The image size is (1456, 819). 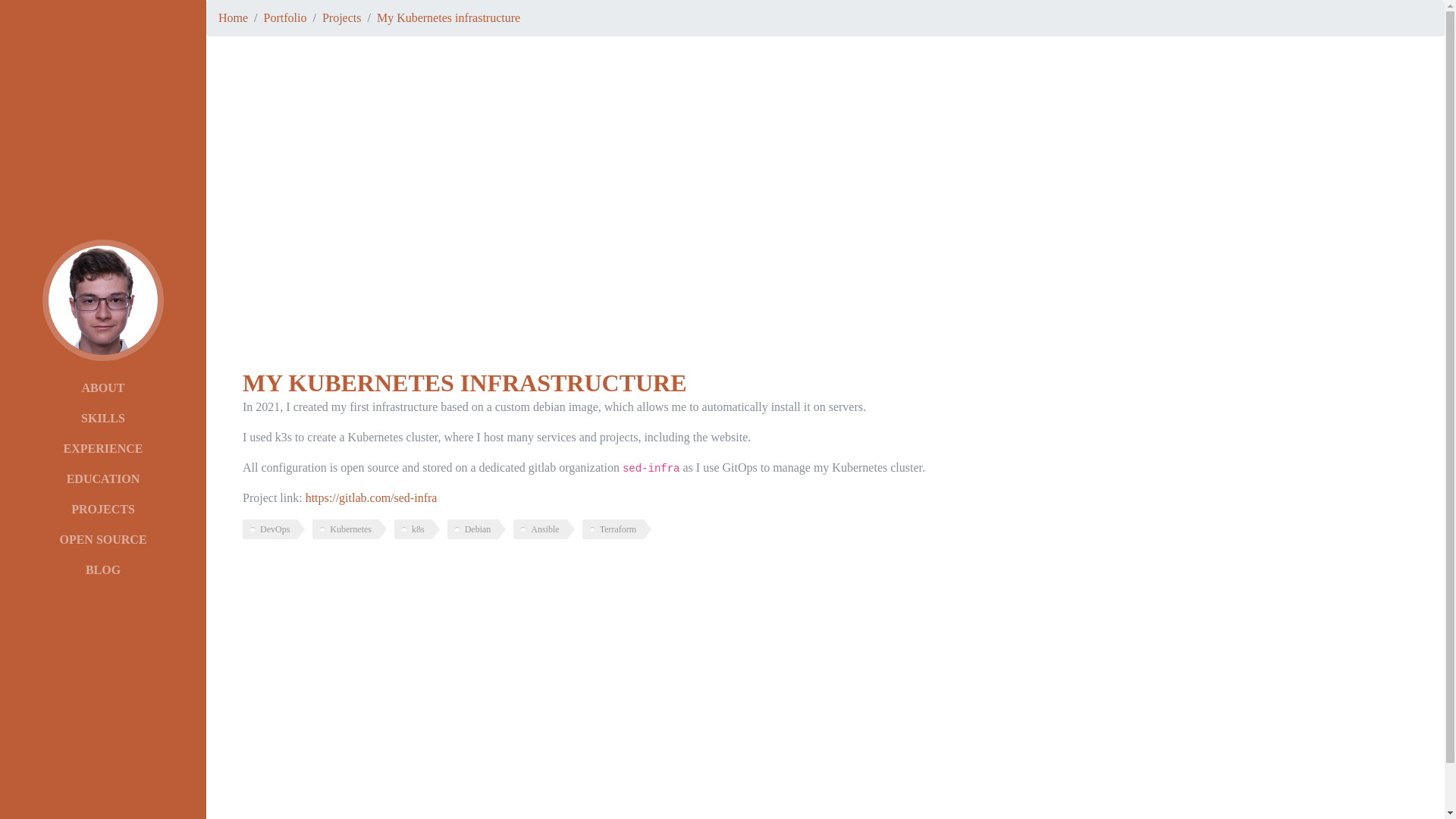 I want to click on 'https://gitlab.com/sed-infra', so click(x=305, y=497).